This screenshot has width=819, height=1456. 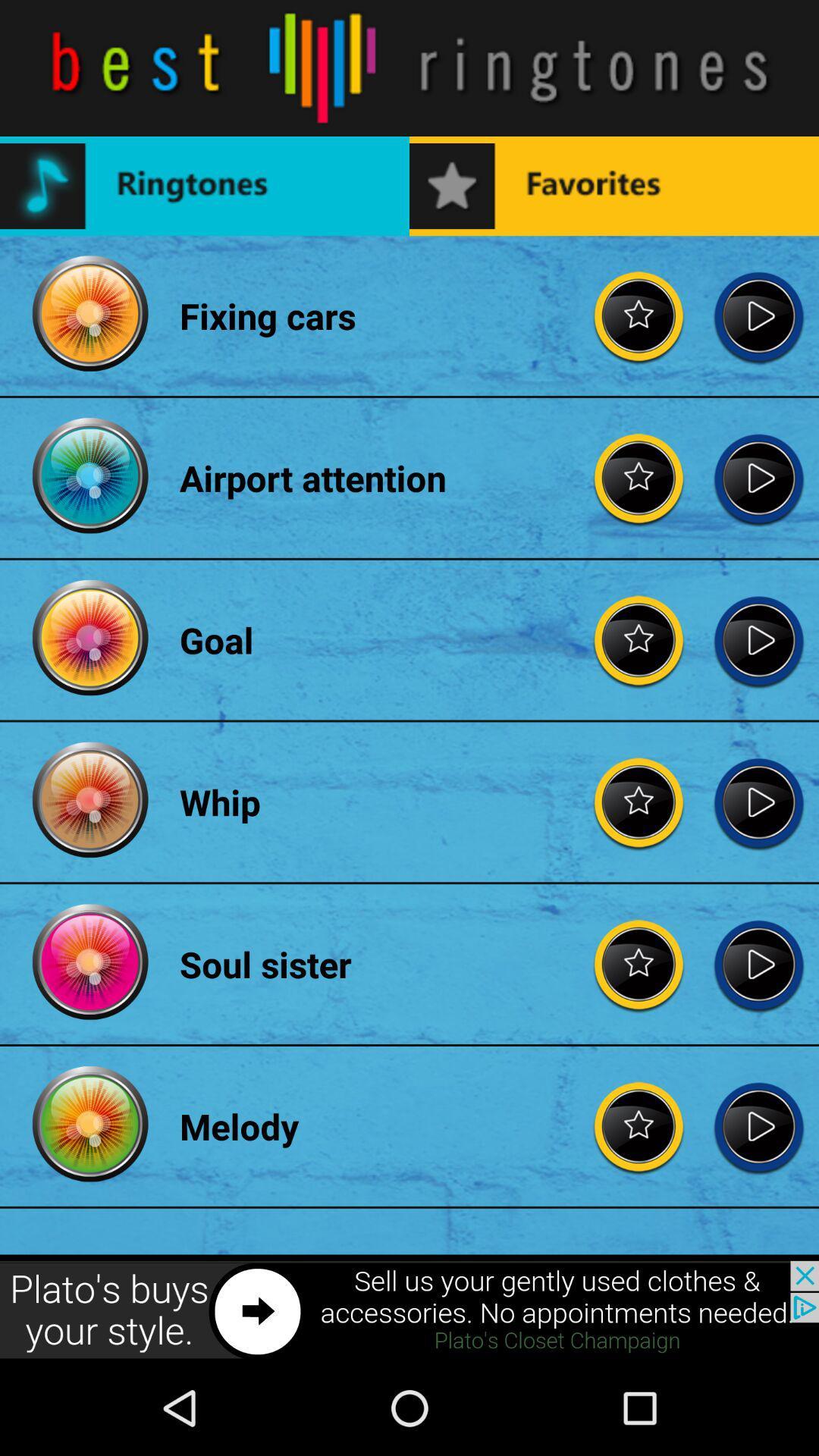 What do you see at coordinates (639, 963) in the screenshot?
I see `the item` at bounding box center [639, 963].